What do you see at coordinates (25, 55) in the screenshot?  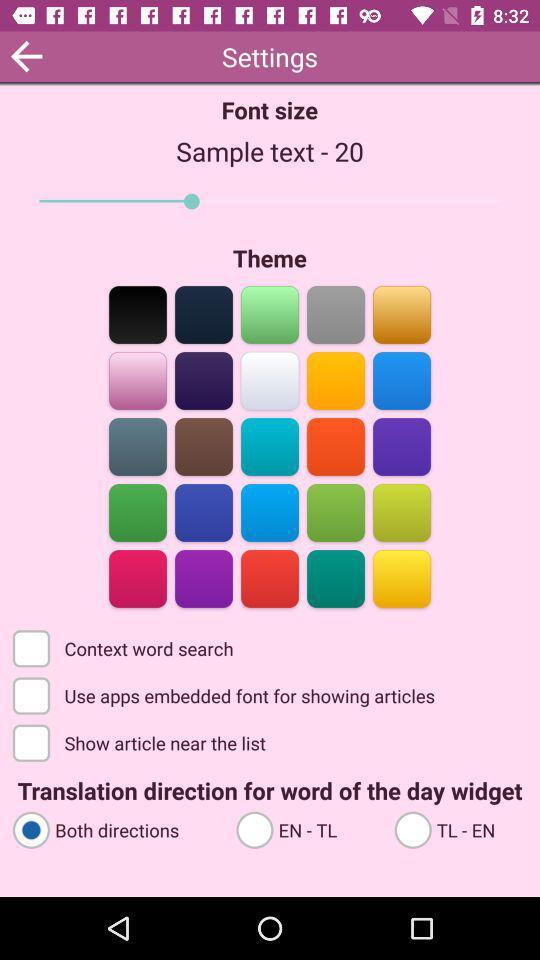 I see `the app next to the font size app` at bounding box center [25, 55].